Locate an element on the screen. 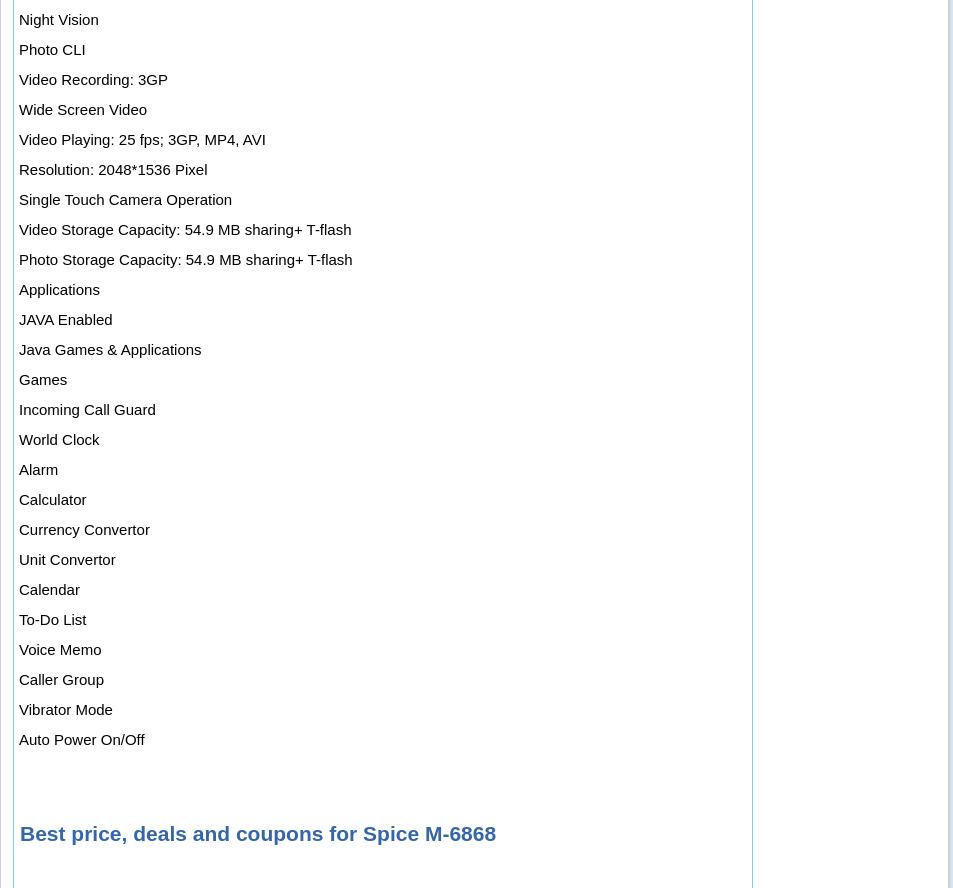 This screenshot has height=888, width=953. 'Calendar' is located at coordinates (47, 589).